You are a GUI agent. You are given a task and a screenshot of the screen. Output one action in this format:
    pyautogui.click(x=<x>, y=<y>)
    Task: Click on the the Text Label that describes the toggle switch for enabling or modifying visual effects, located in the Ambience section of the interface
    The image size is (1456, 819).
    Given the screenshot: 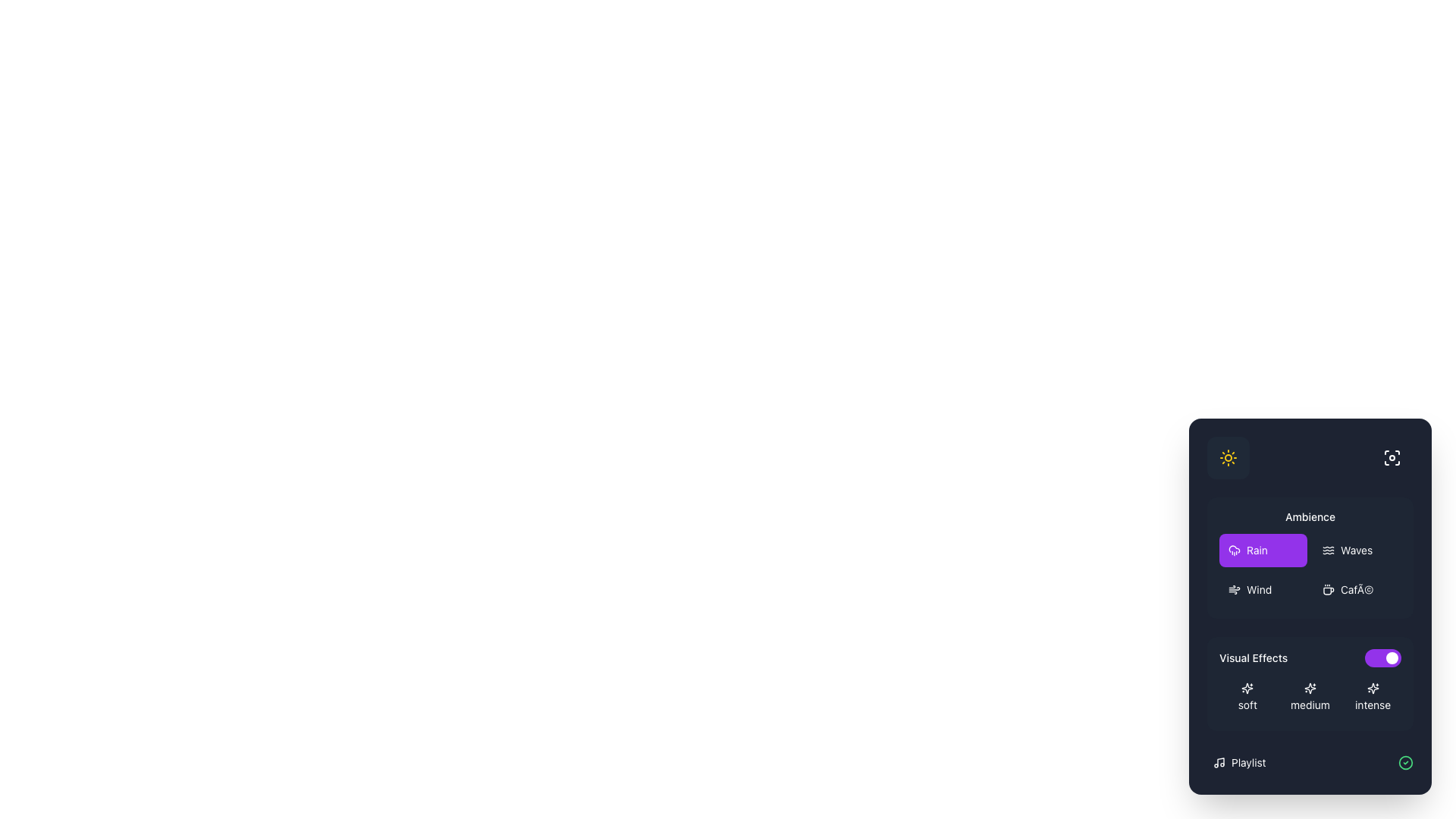 What is the action you would take?
    pyautogui.click(x=1254, y=657)
    